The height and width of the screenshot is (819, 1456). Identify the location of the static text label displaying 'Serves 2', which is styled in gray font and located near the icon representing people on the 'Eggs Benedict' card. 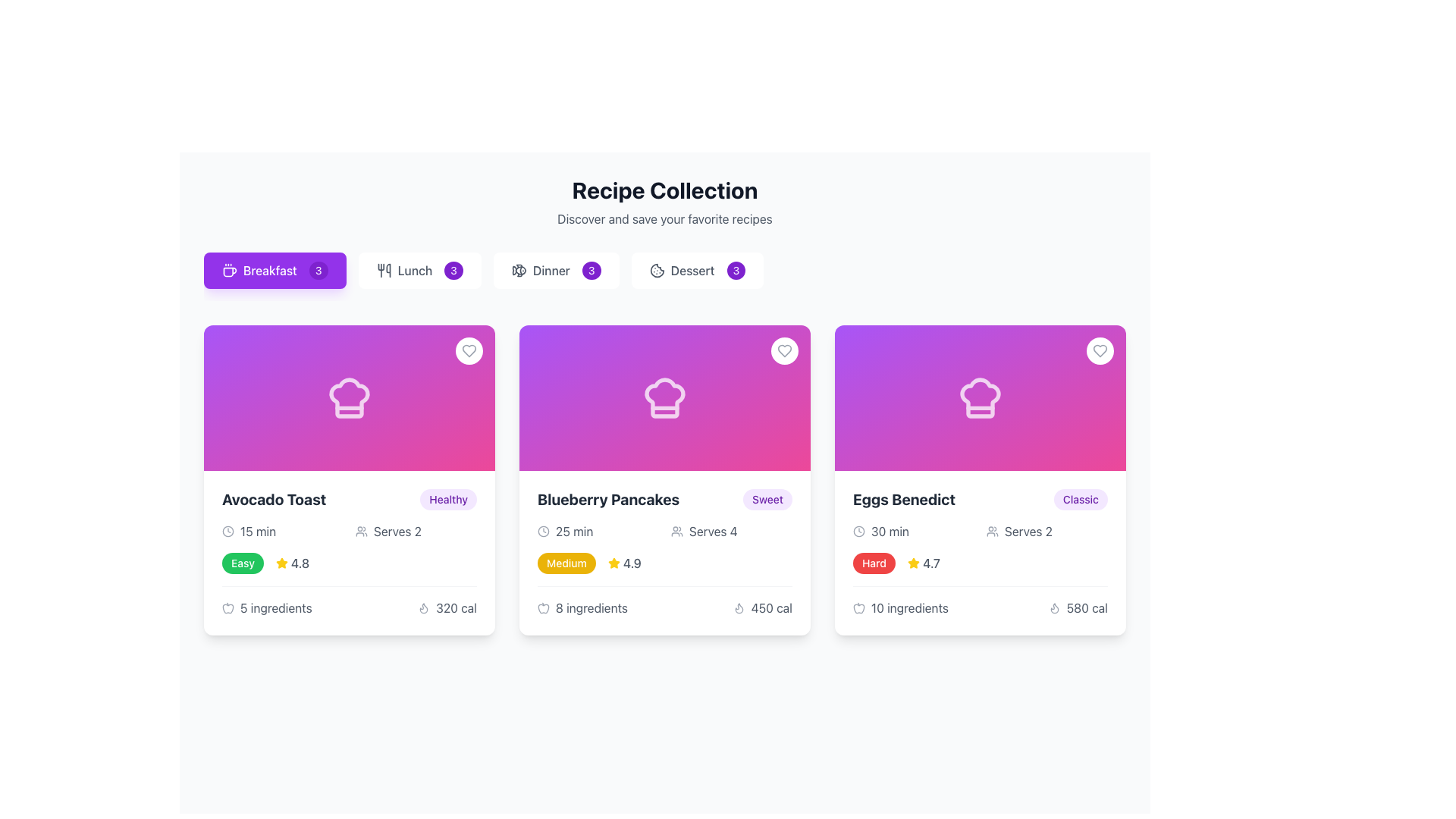
(1028, 531).